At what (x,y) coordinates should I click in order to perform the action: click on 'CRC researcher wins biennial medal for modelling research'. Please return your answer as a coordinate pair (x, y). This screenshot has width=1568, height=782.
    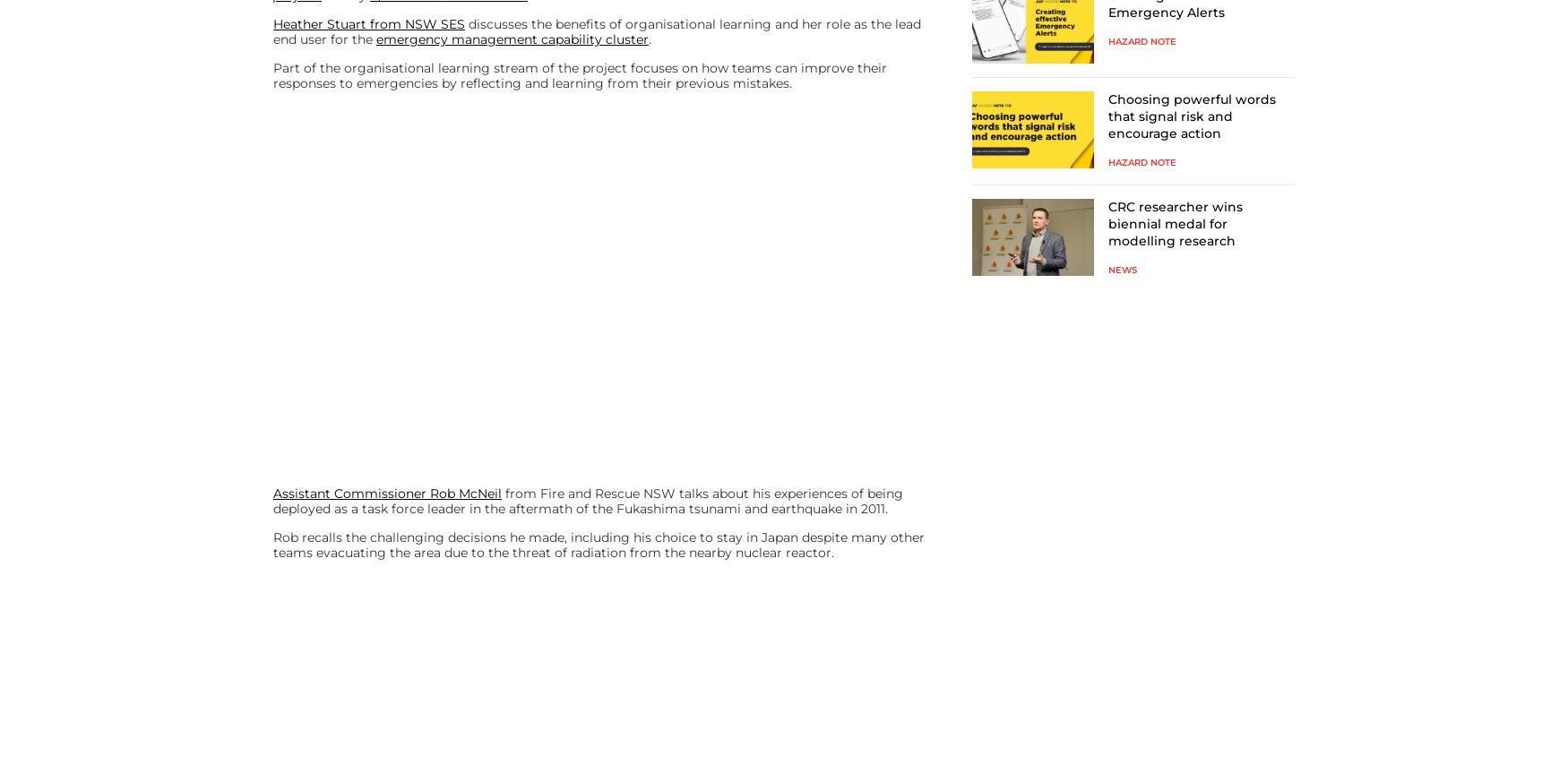
    Looking at the image, I should click on (1174, 223).